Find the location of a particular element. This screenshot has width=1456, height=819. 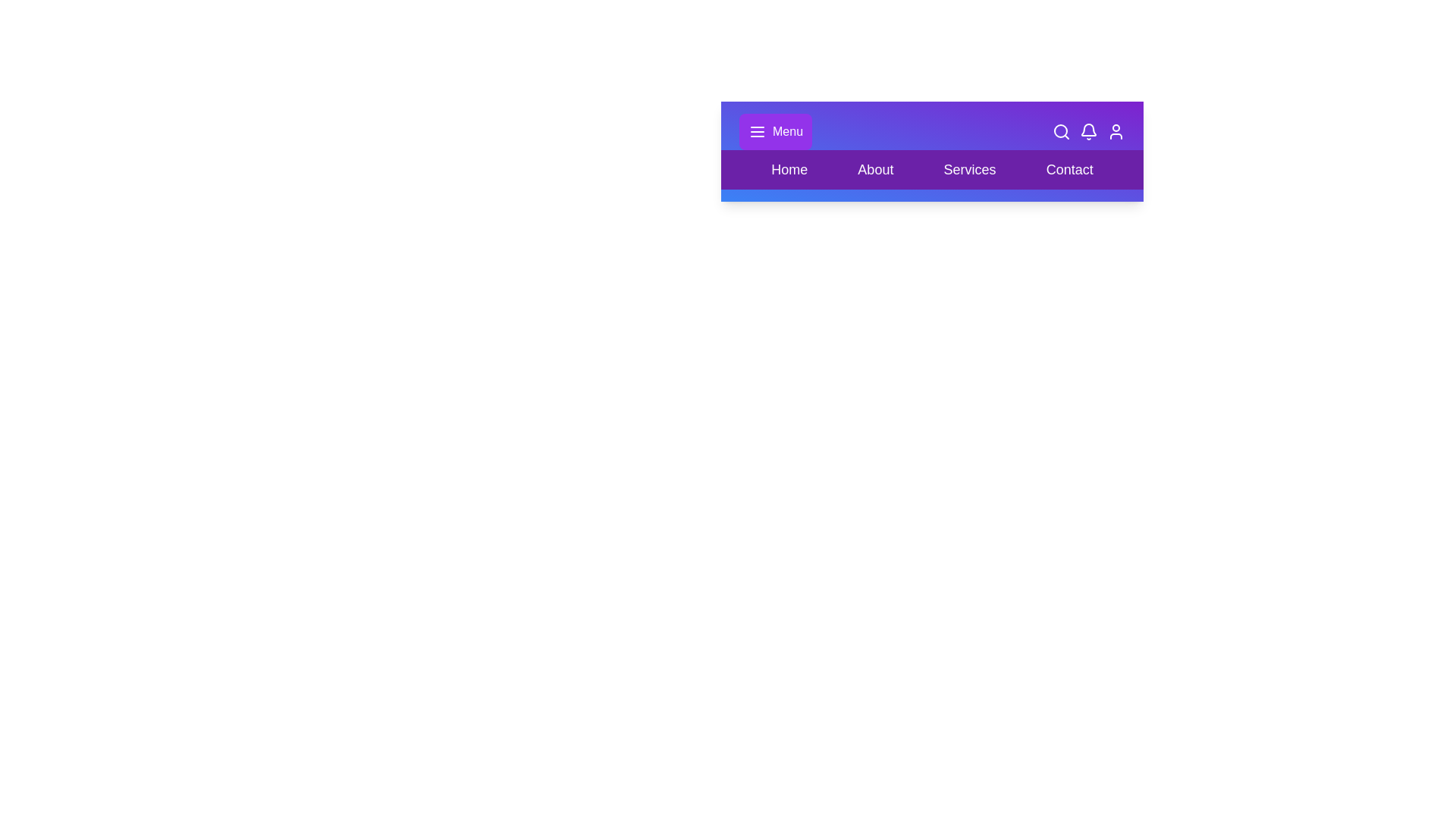

the section labeled Home in the layout is located at coordinates (789, 169).